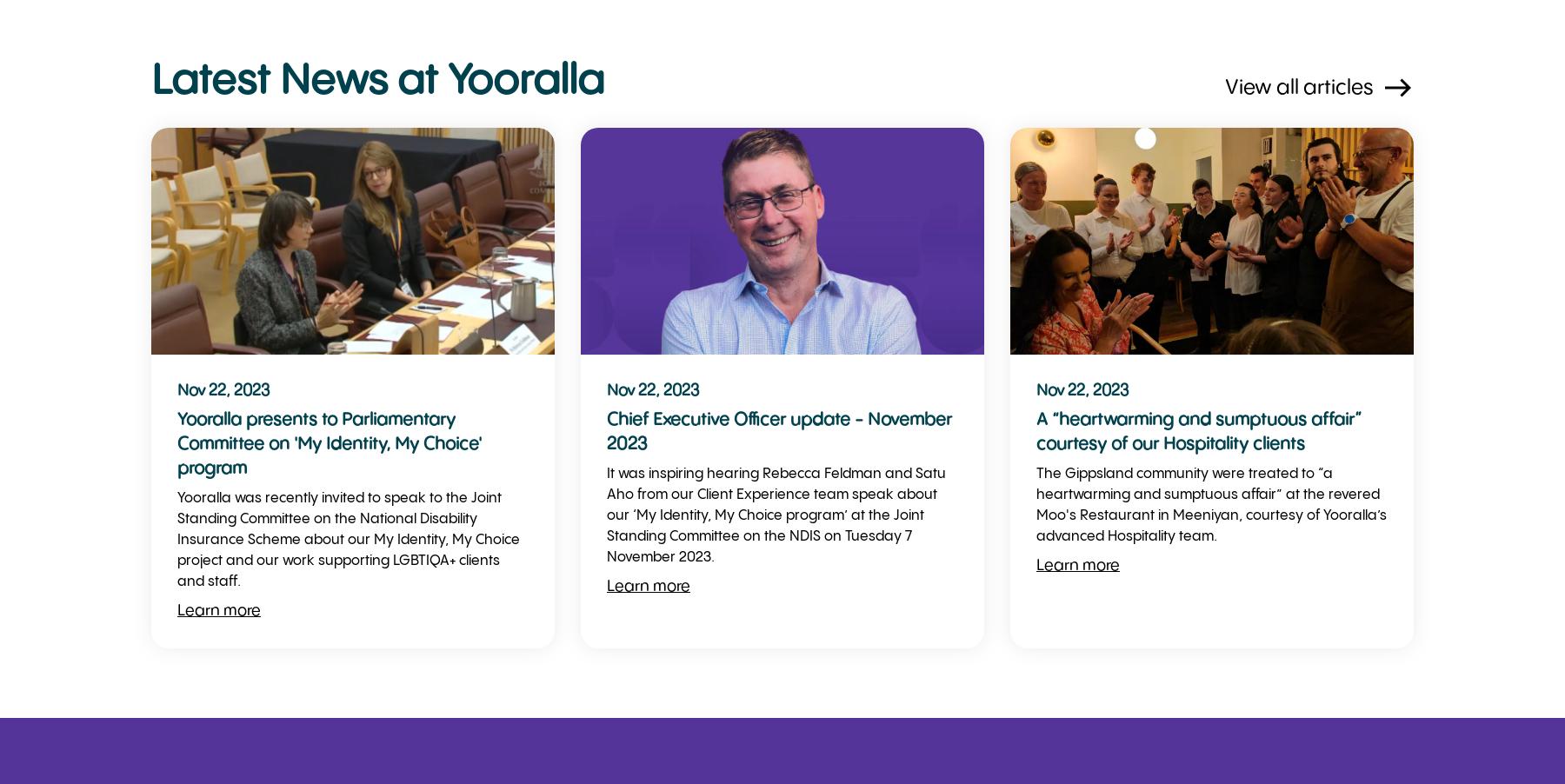 The image size is (1565, 784). I want to click on 'Yooralla was recently invited to speak to the Joint Standing Committee on the National Disability Insurance Scheme about our My Identity, My Choice project and our work supporting LGBTIQA+ clients and staff.', so click(349, 539).